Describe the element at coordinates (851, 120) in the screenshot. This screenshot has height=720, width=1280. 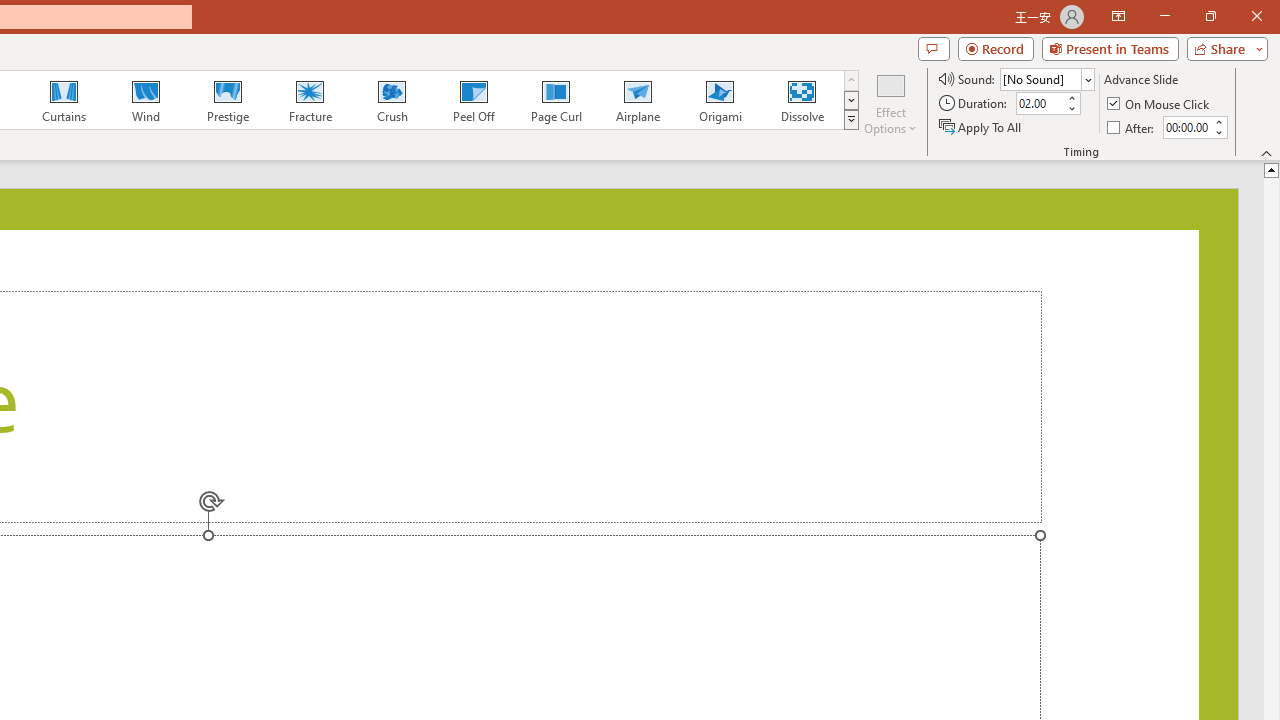
I see `'Transition Effects'` at that location.